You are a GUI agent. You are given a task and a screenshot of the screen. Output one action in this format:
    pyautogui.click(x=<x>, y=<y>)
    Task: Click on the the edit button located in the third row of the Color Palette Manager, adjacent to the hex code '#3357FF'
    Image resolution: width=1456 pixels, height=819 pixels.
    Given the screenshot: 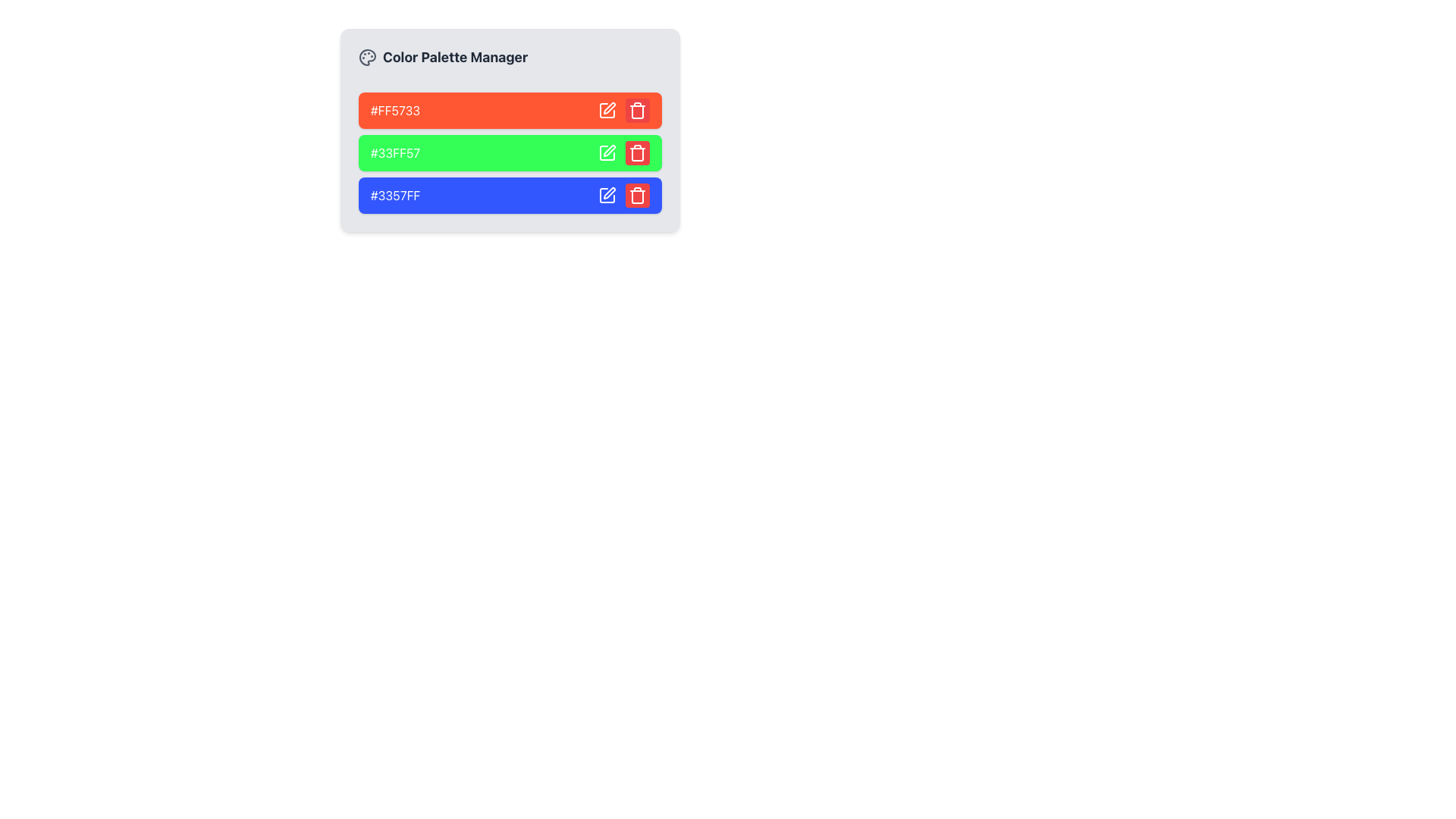 What is the action you would take?
    pyautogui.click(x=607, y=195)
    